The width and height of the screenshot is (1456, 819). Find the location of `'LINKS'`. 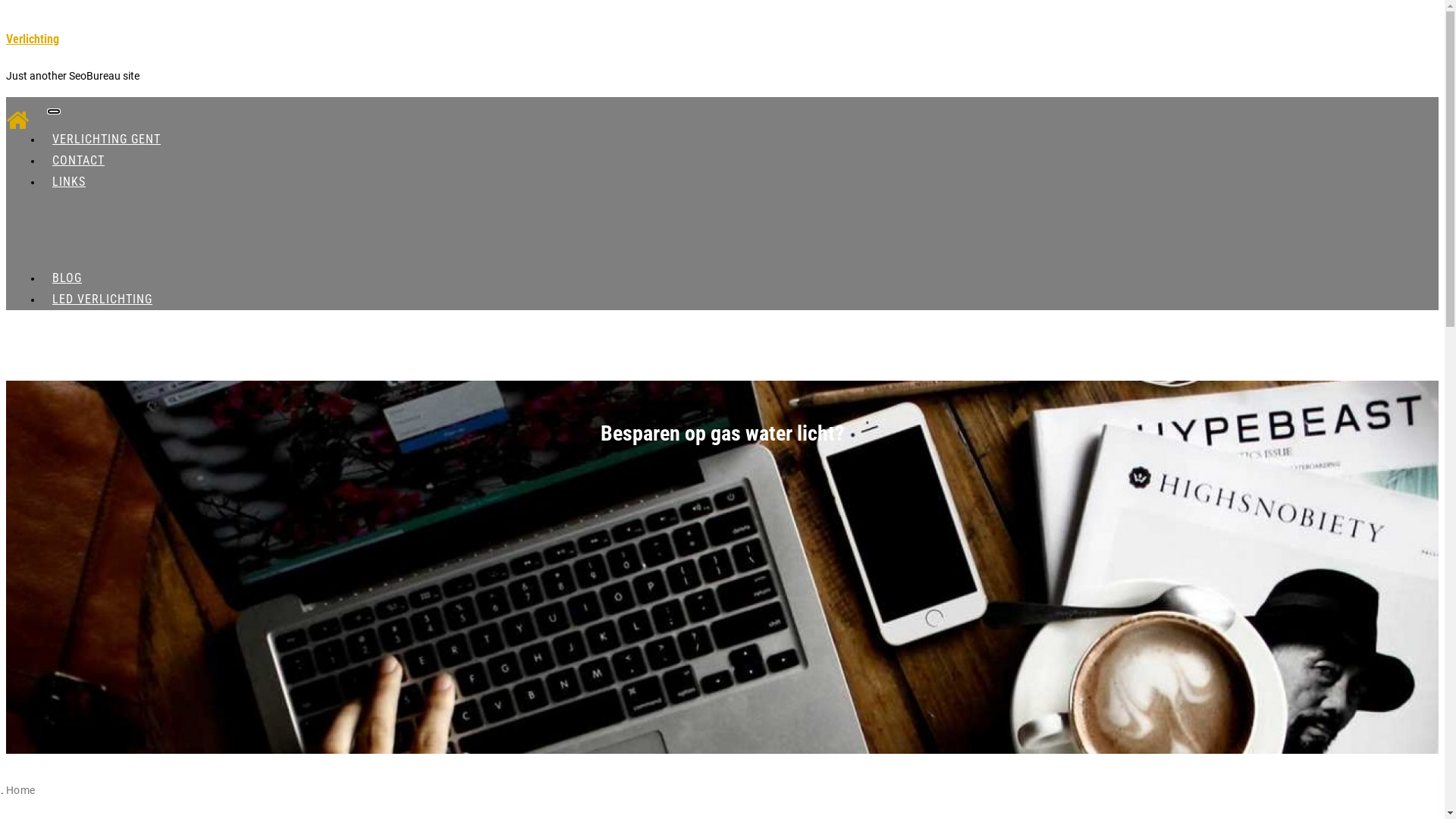

'LINKS' is located at coordinates (42, 180).